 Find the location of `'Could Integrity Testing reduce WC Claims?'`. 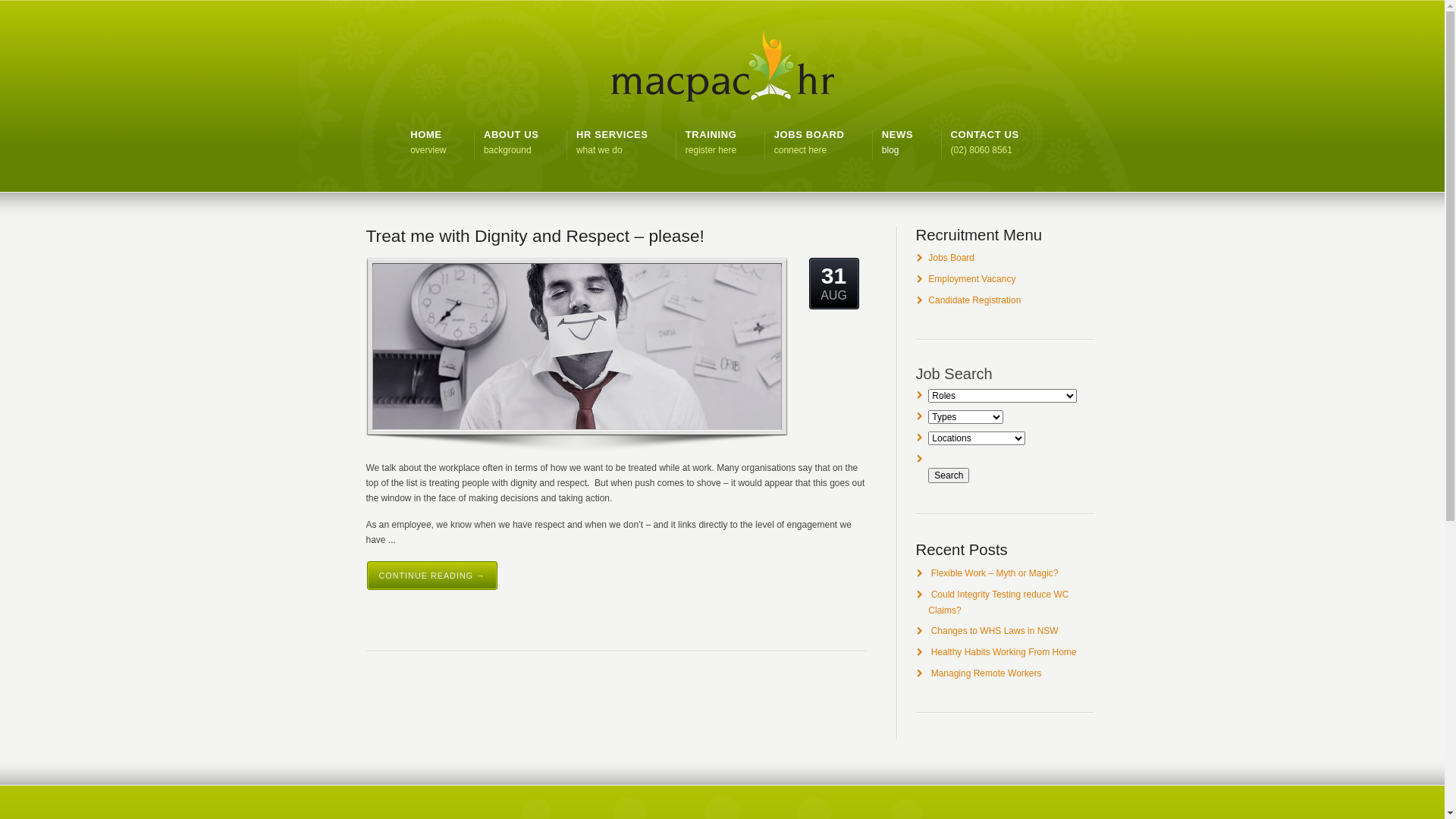

'Could Integrity Testing reduce WC Claims?' is located at coordinates (998, 601).